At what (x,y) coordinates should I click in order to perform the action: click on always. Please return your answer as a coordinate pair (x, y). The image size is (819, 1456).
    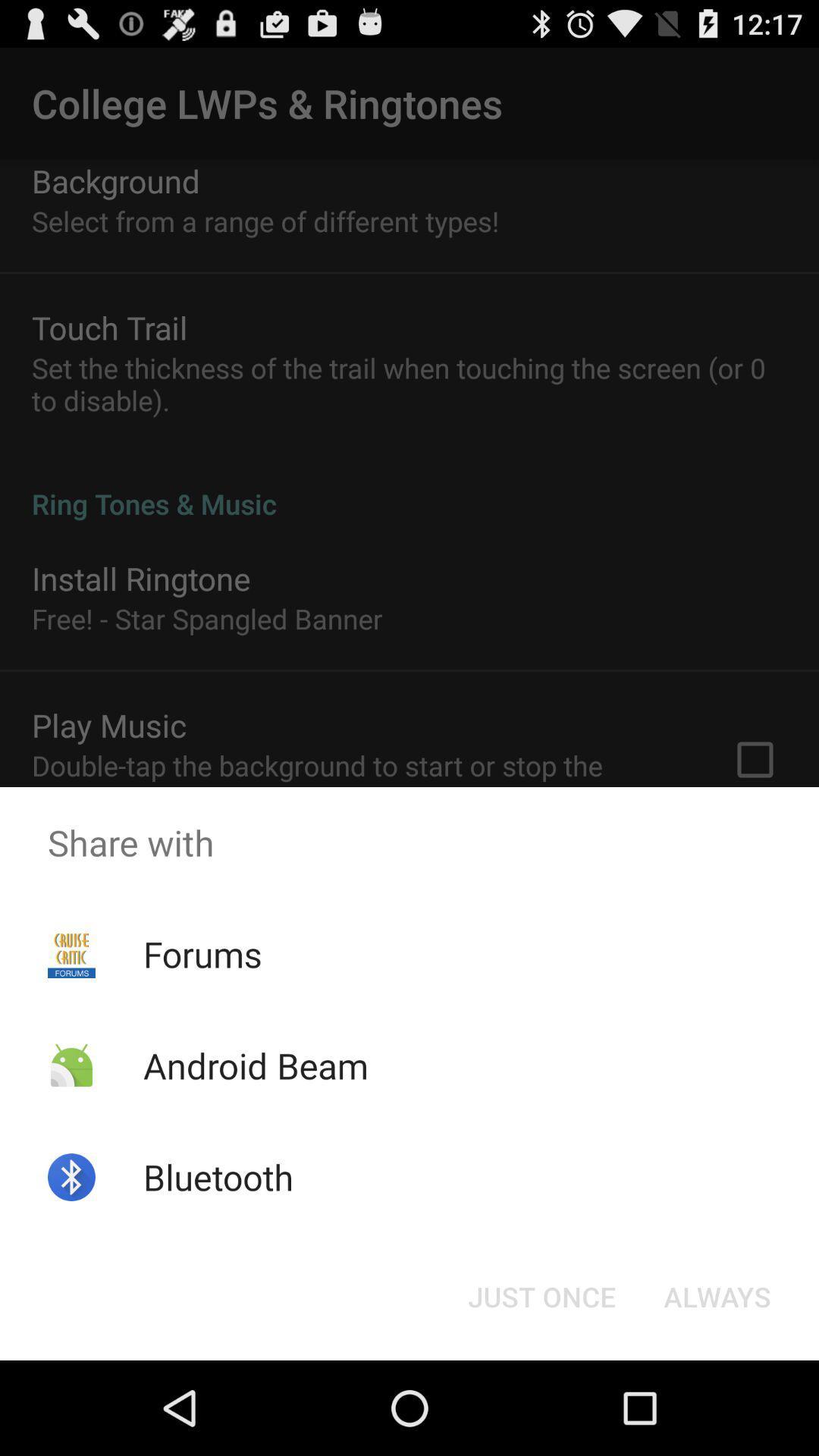
    Looking at the image, I should click on (717, 1295).